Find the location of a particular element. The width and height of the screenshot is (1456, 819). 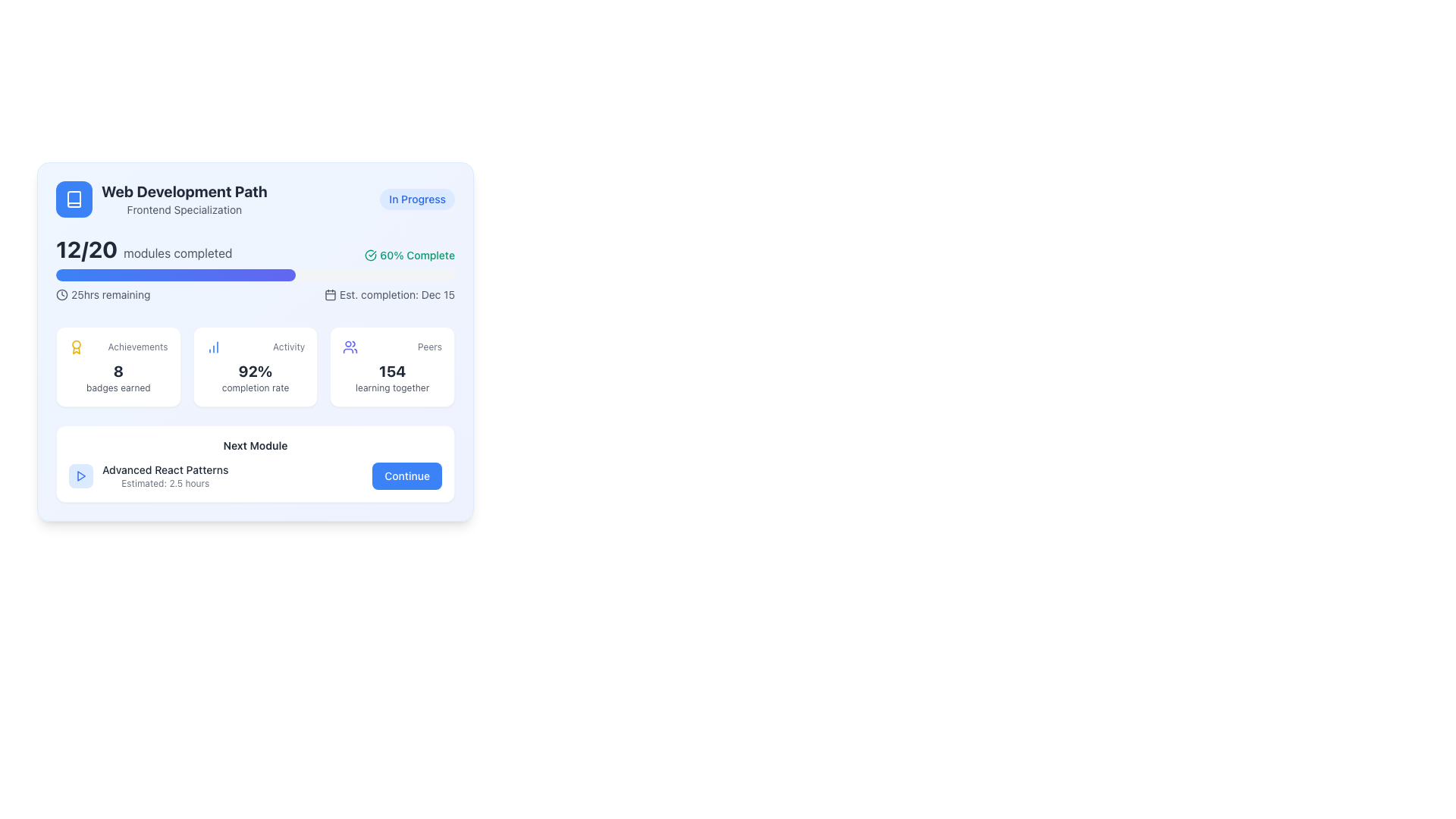

the time estimation label located below 'Advanced React Patterns' in the 'Next Module' section is located at coordinates (165, 483).